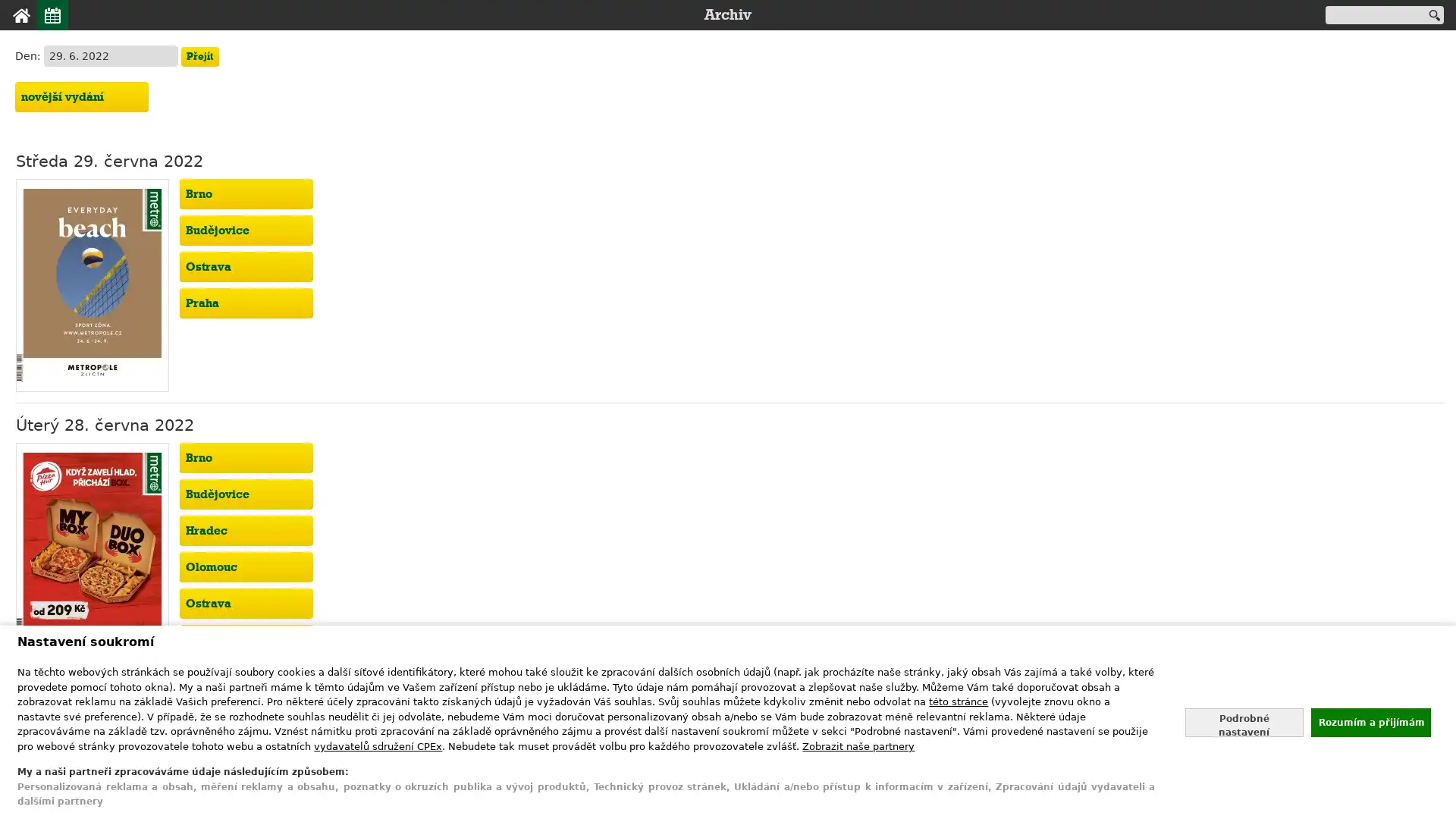 This screenshot has width=1456, height=819. I want to click on Nastavte sve souhlasy, so click(1244, 721).